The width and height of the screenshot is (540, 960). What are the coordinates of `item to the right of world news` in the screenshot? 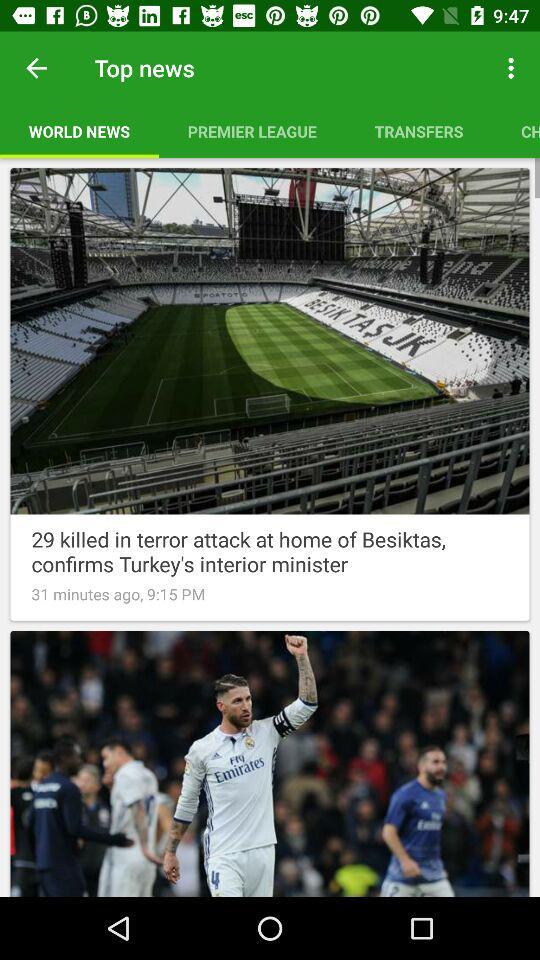 It's located at (252, 130).